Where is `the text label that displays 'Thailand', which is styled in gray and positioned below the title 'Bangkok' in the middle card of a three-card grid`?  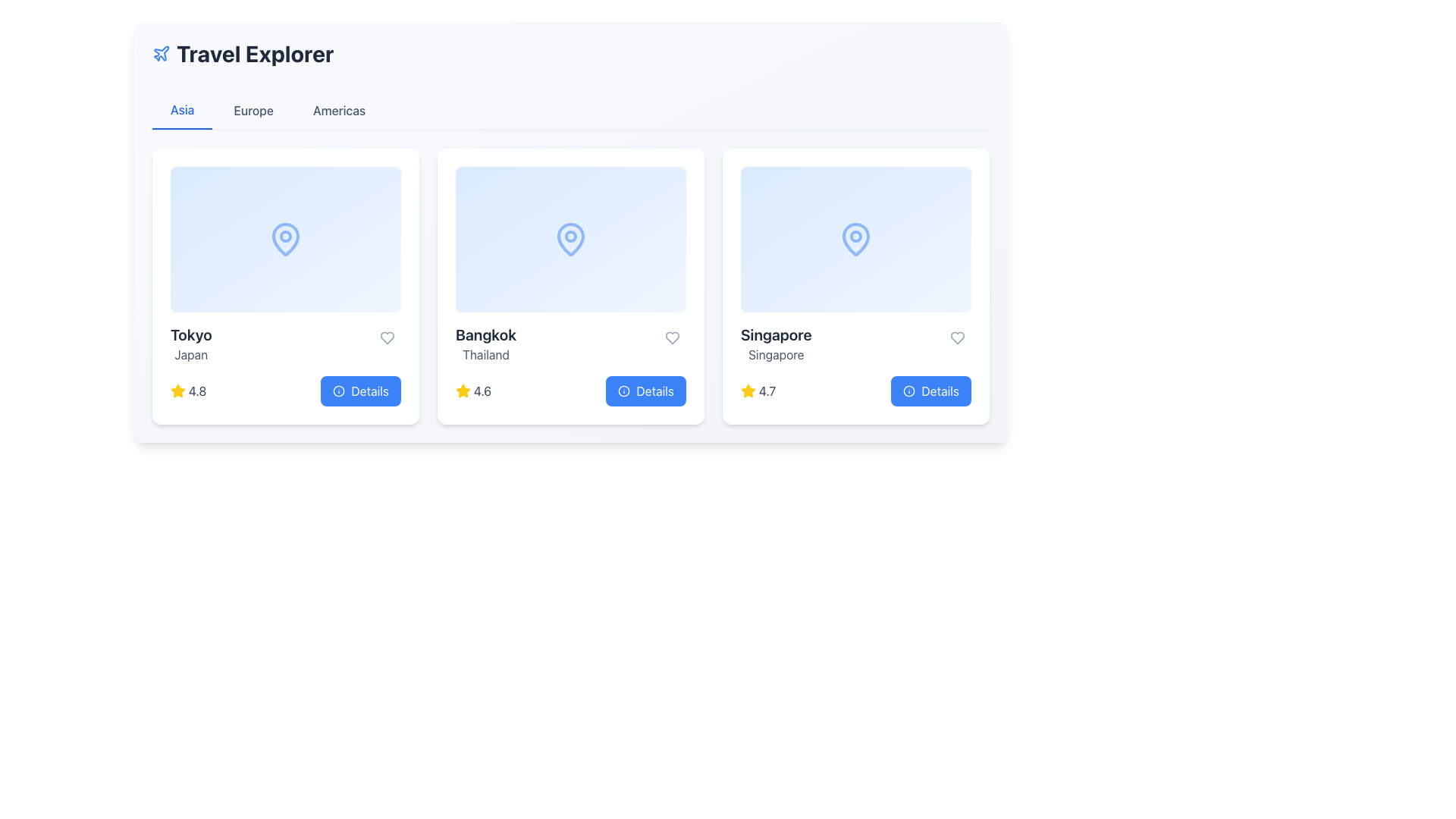
the text label that displays 'Thailand', which is styled in gray and positioned below the title 'Bangkok' in the middle card of a three-card grid is located at coordinates (486, 354).